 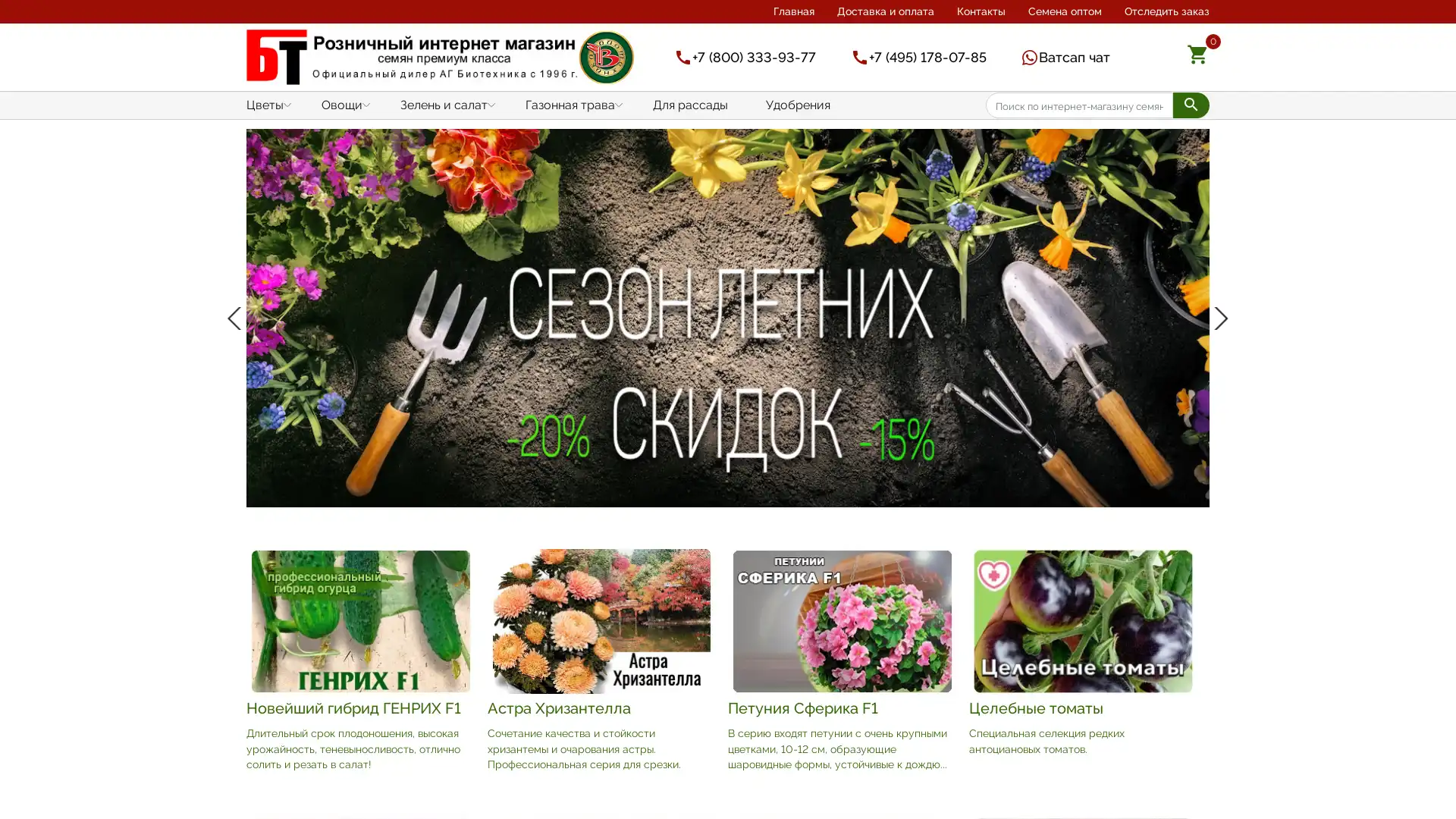 I want to click on Previous, so click(x=237, y=317).